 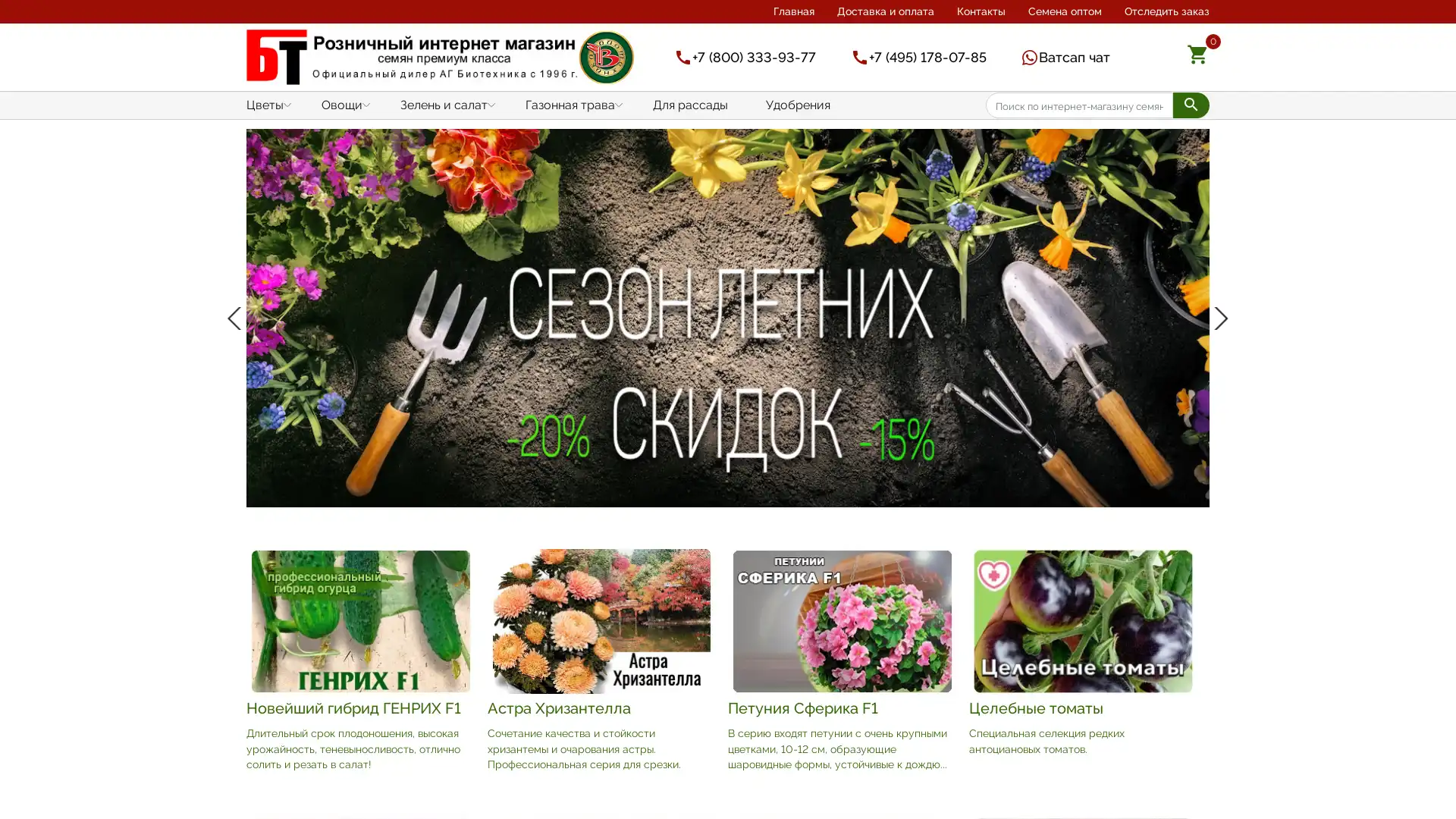 I want to click on Previous, so click(x=237, y=317).